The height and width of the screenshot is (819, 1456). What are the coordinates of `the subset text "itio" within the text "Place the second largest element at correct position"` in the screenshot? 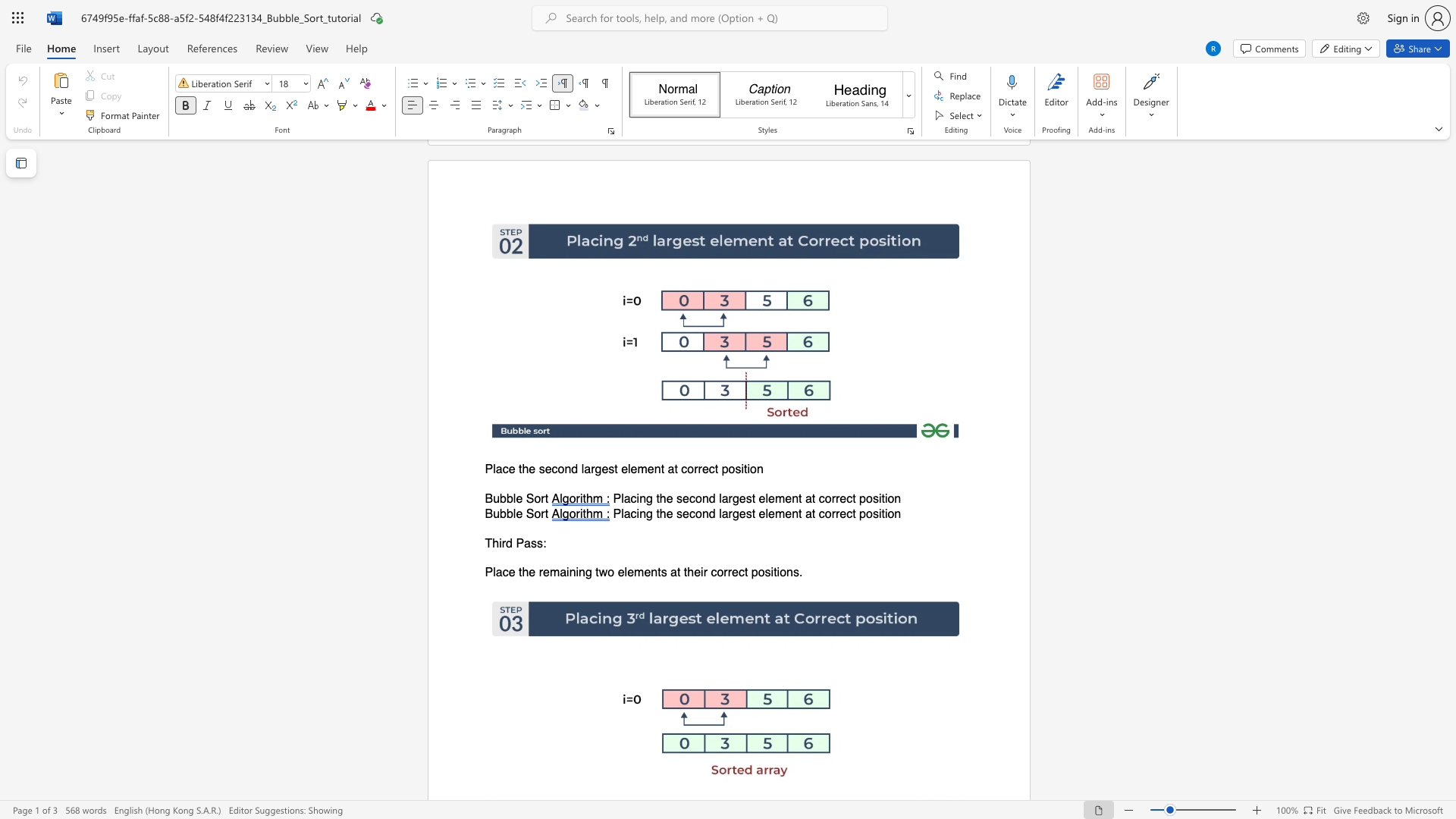 It's located at (741, 469).